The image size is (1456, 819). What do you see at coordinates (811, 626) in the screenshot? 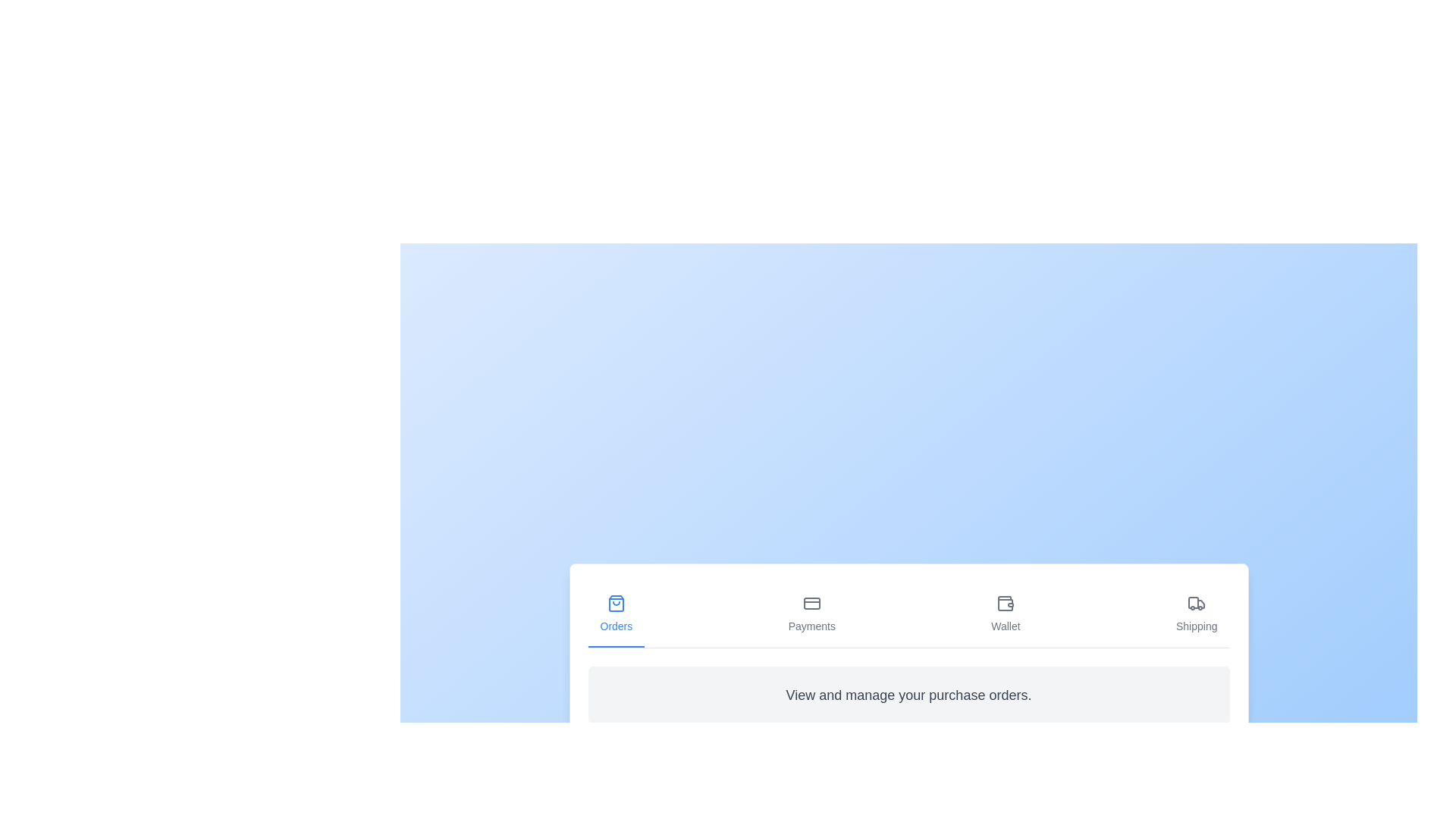
I see `text label displaying 'Payments' which is located below the credit card icon in the second item of the horizontal navigation bar` at bounding box center [811, 626].